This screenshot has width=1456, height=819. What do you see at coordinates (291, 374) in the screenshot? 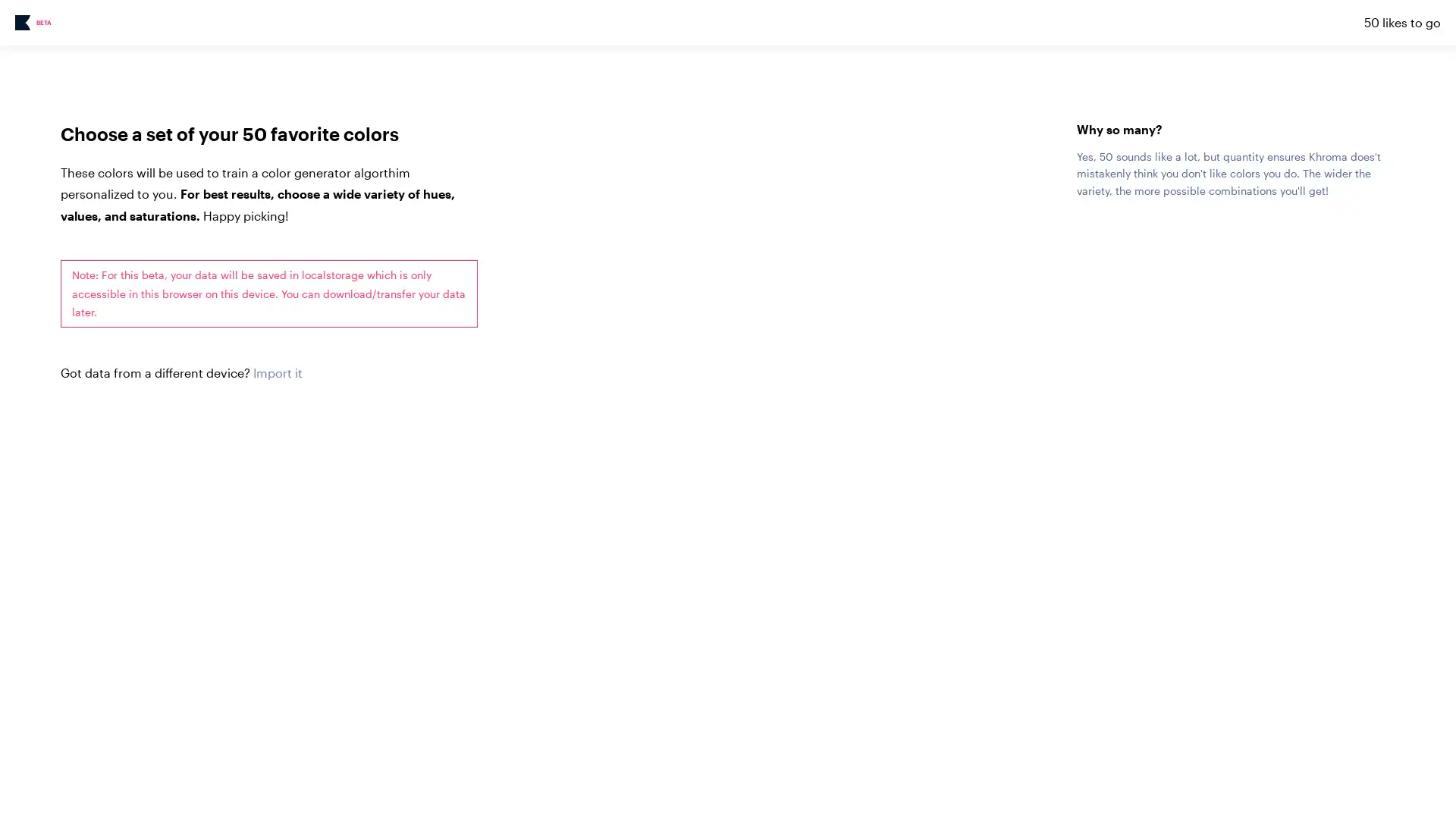
I see `Choose File` at bounding box center [291, 374].